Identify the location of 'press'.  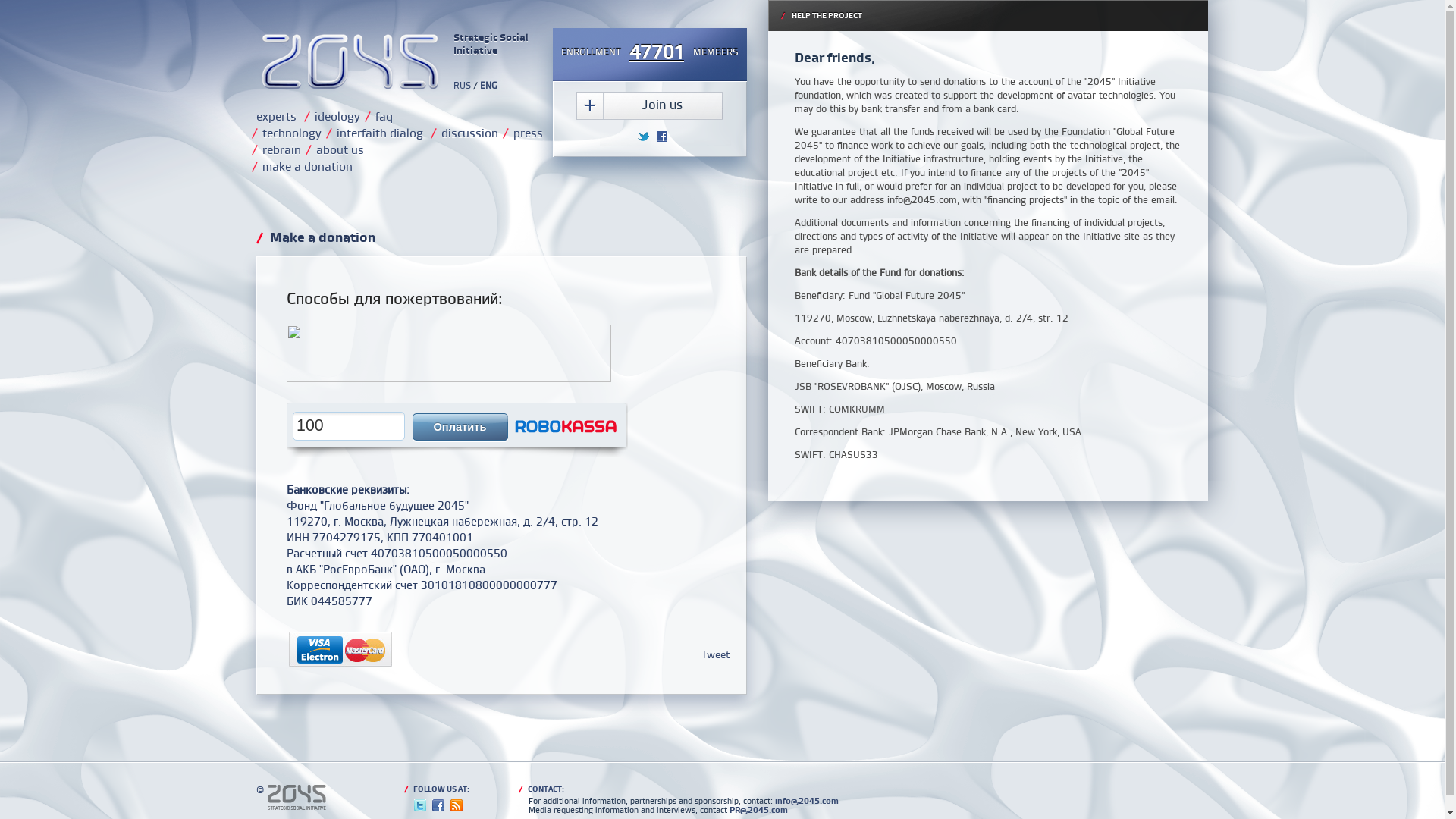
(527, 131).